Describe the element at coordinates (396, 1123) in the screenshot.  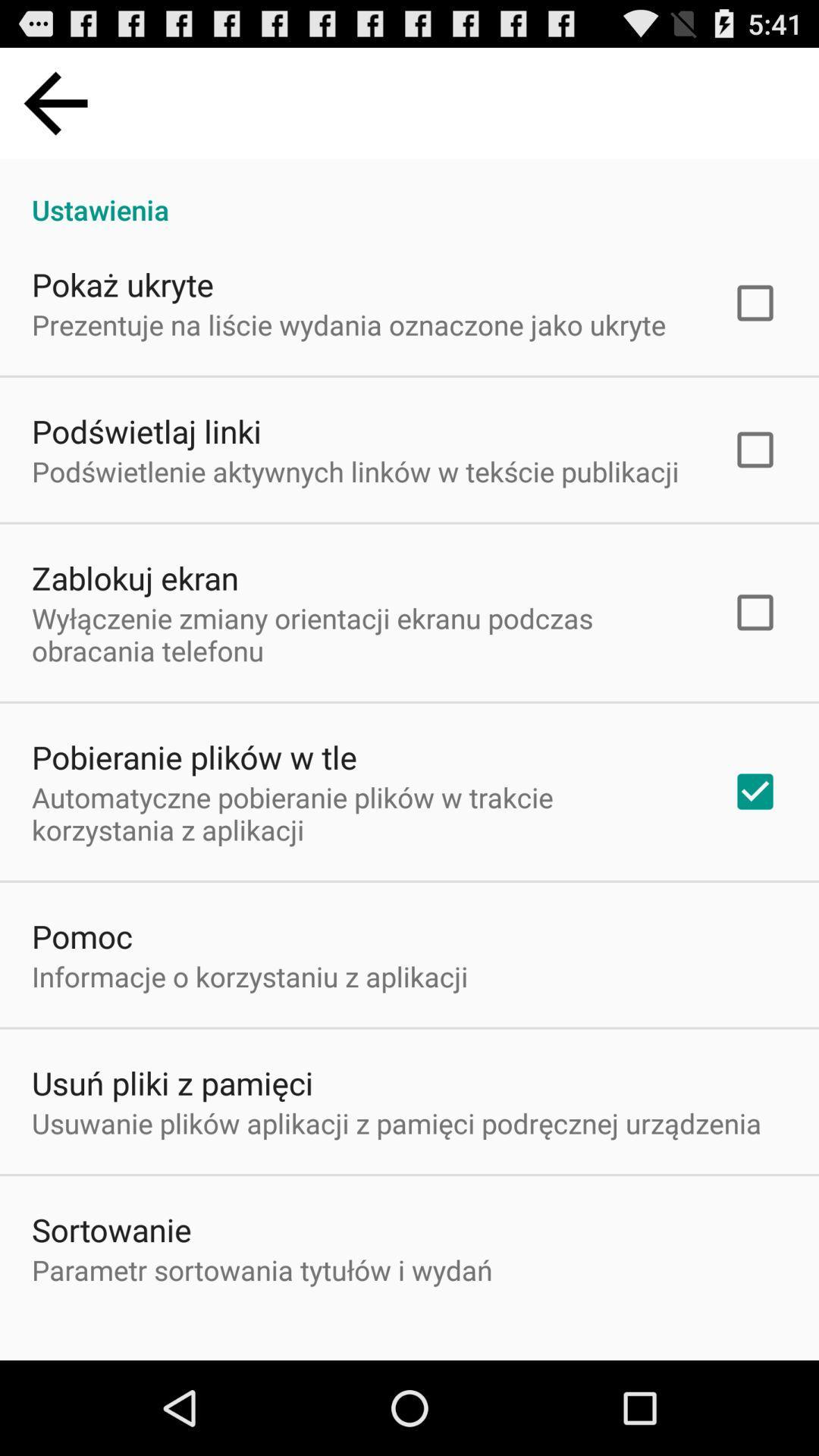
I see `item above sortowanie item` at that location.